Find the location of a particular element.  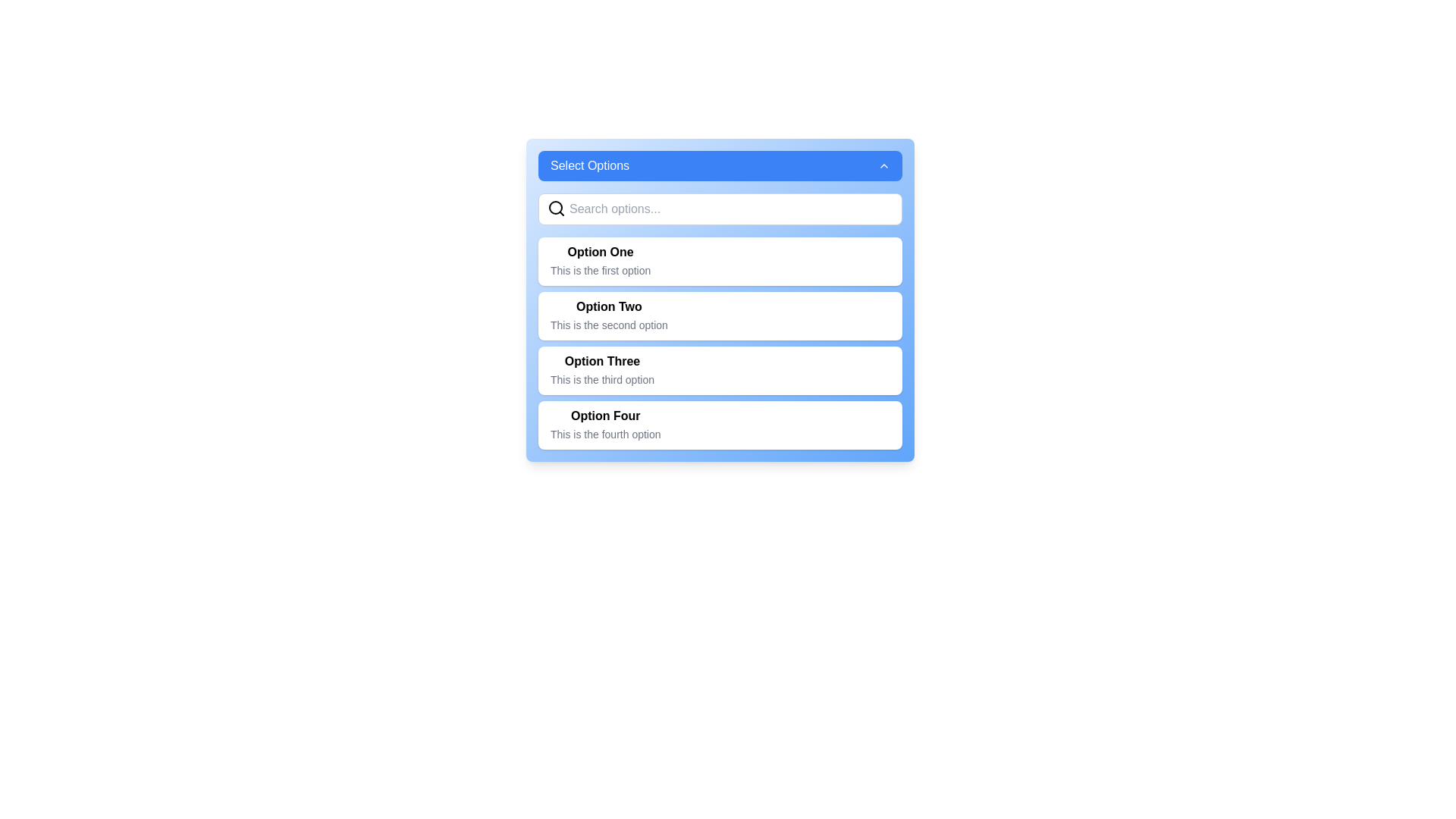

the text label element reading 'Option Three' is located at coordinates (601, 362).